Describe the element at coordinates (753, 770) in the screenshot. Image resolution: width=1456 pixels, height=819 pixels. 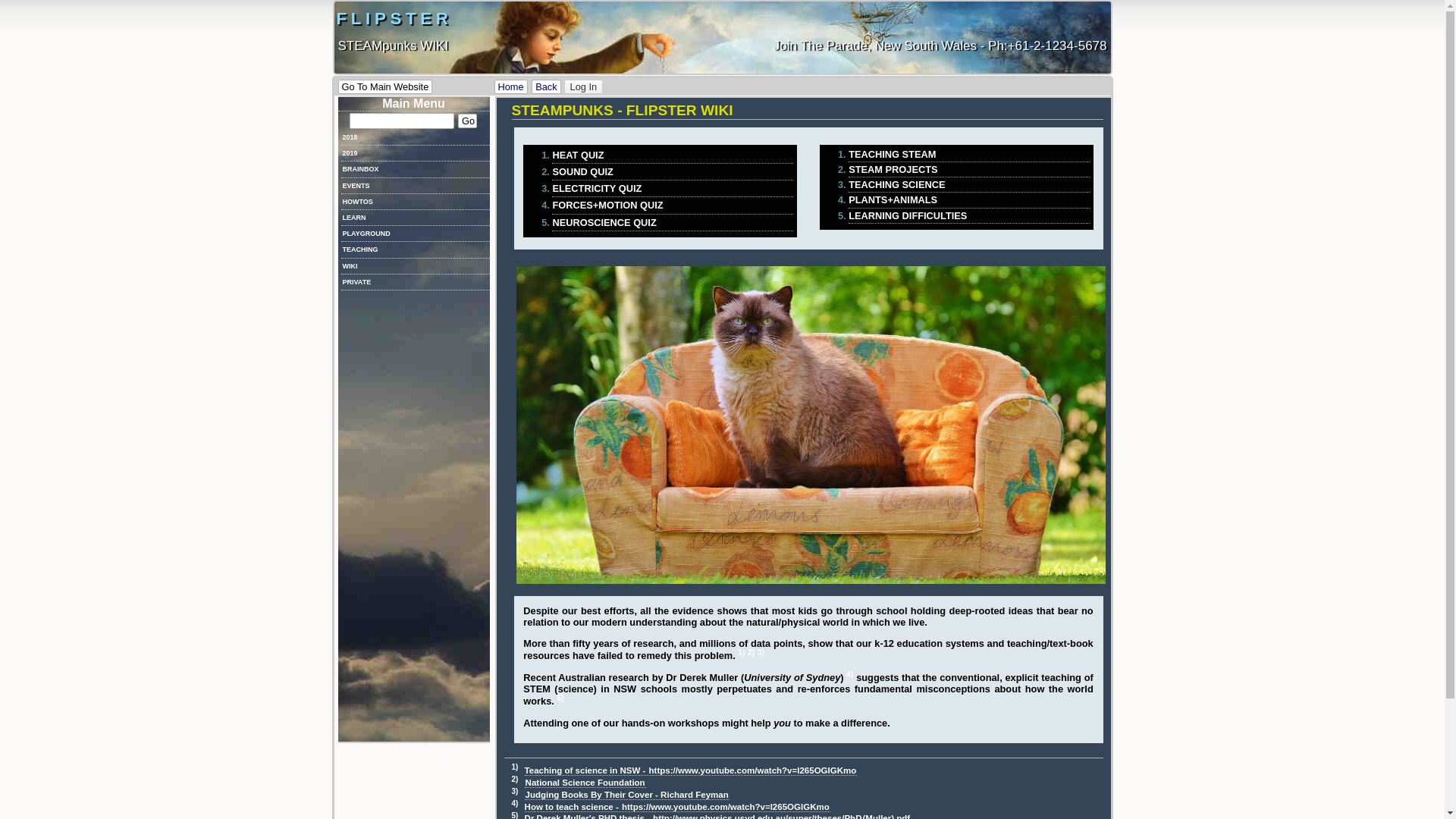
I see `'https://www.youtube.com/watch?v=l265OGIGKmo'` at that location.